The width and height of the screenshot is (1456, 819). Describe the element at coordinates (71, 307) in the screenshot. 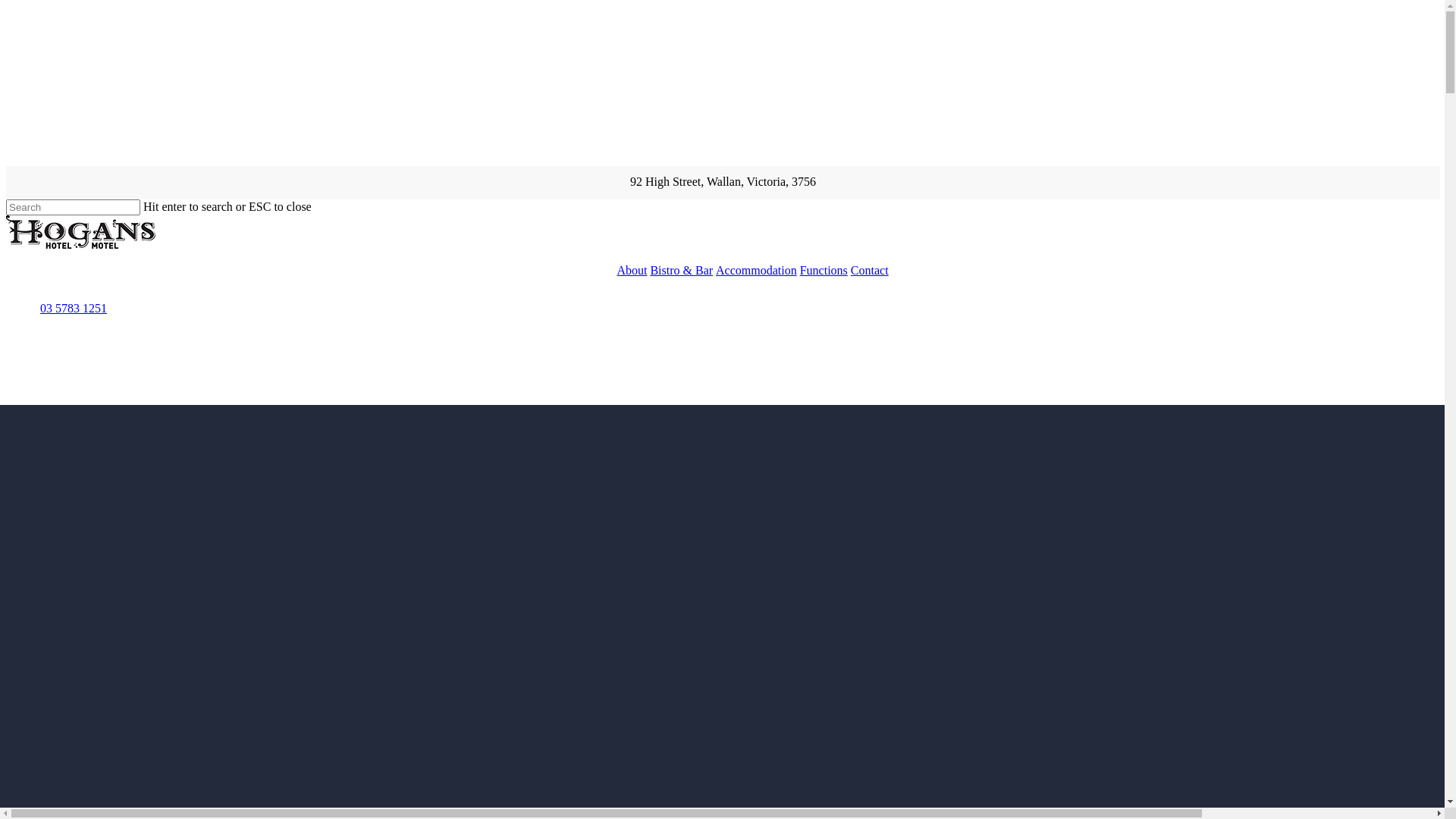

I see `'03 5783 1251'` at that location.